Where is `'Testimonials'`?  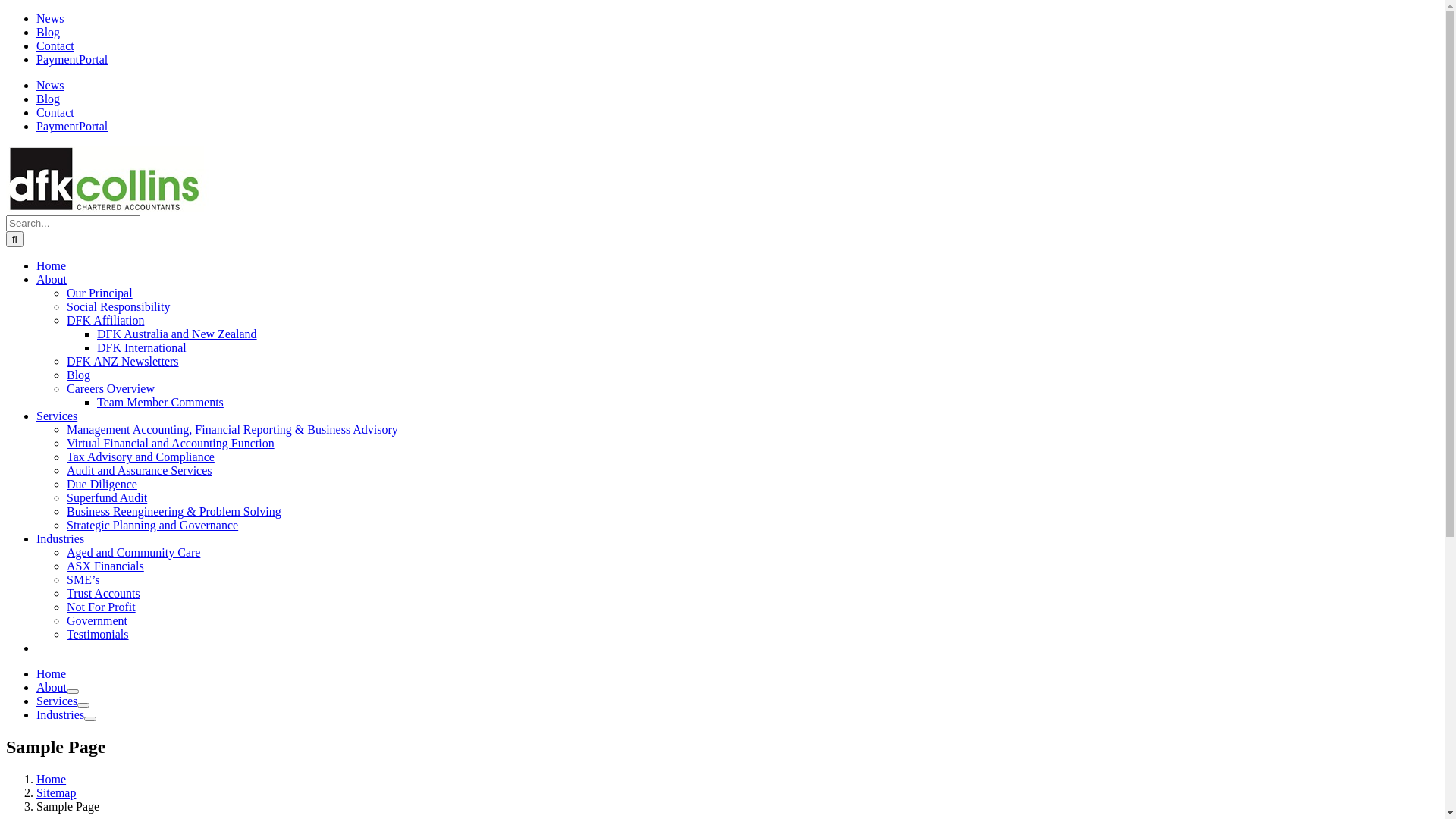
'Testimonials' is located at coordinates (97, 634).